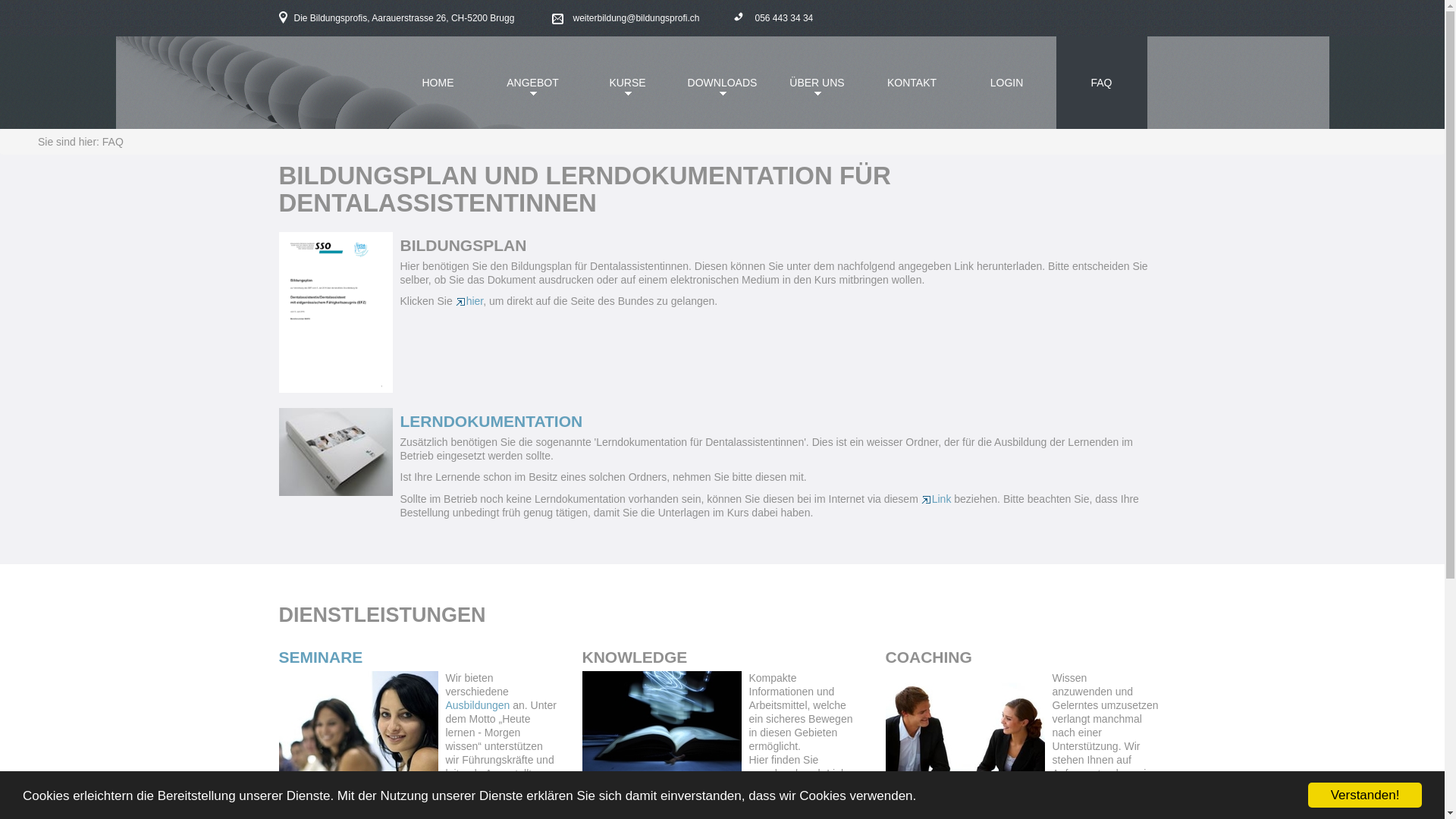 The width and height of the screenshot is (1456, 819). What do you see at coordinates (1055, 82) in the screenshot?
I see `'FAQ'` at bounding box center [1055, 82].